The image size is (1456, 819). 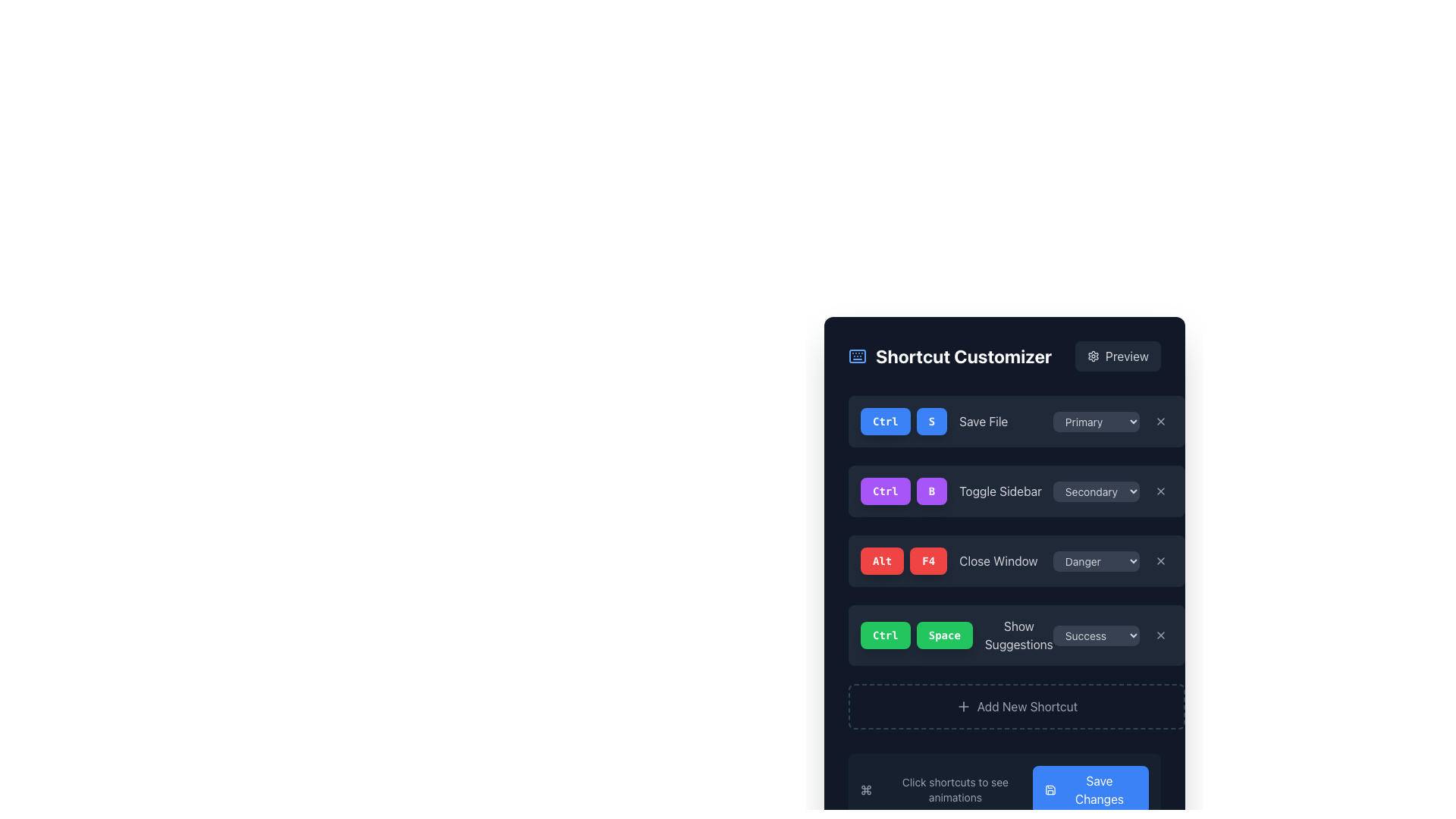 What do you see at coordinates (1050, 789) in the screenshot?
I see `the save icon, which resembles a floppy disk, located within the 'Save Changes' button, positioned before the text 'Save Changes'` at bounding box center [1050, 789].